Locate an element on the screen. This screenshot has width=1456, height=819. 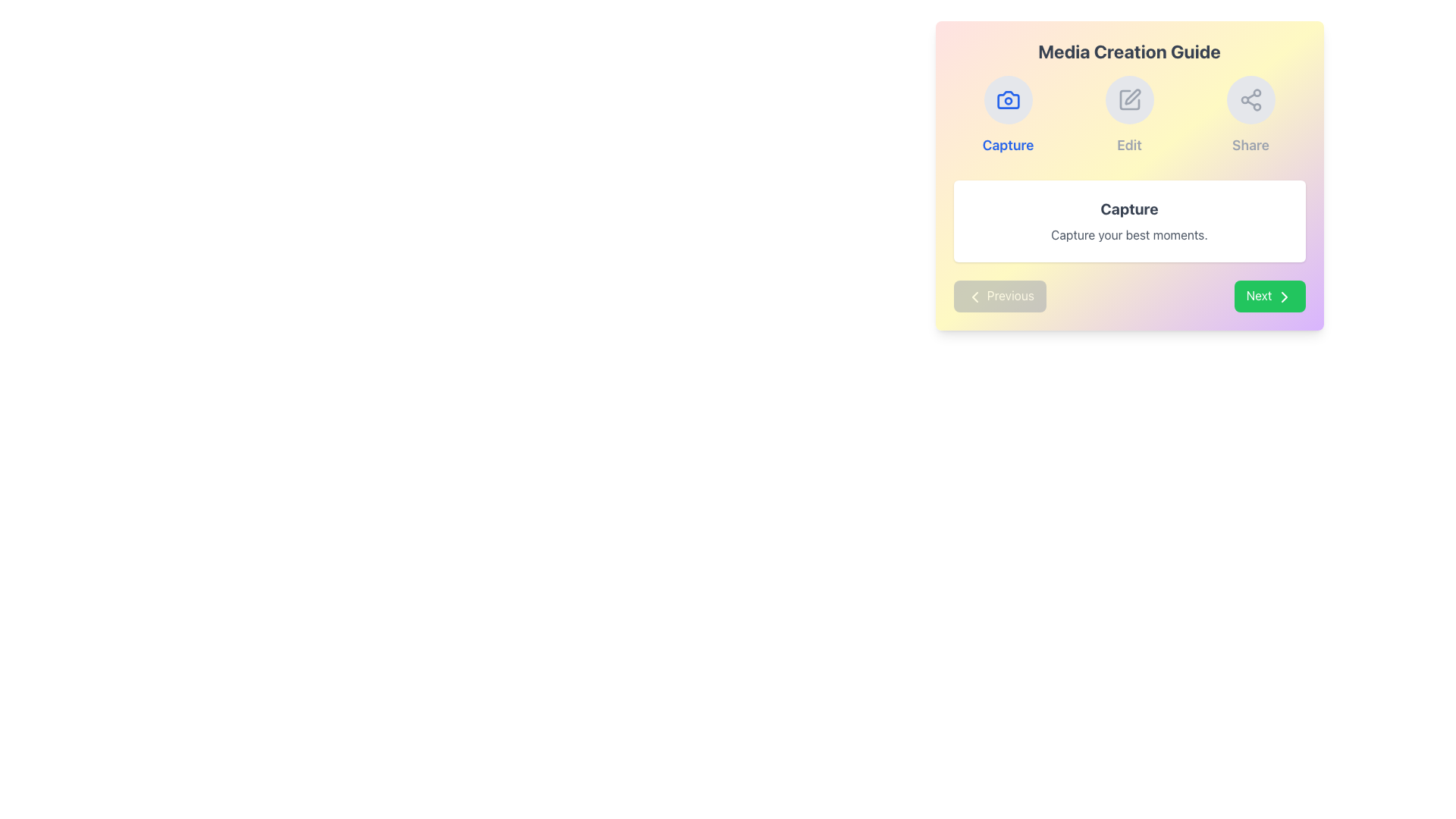
the 'Edit' button, which is a circular gray button with a pen icon, located under the 'Media Creation Guide' section and between the 'Capture' and 'Share' buttons is located at coordinates (1129, 115).